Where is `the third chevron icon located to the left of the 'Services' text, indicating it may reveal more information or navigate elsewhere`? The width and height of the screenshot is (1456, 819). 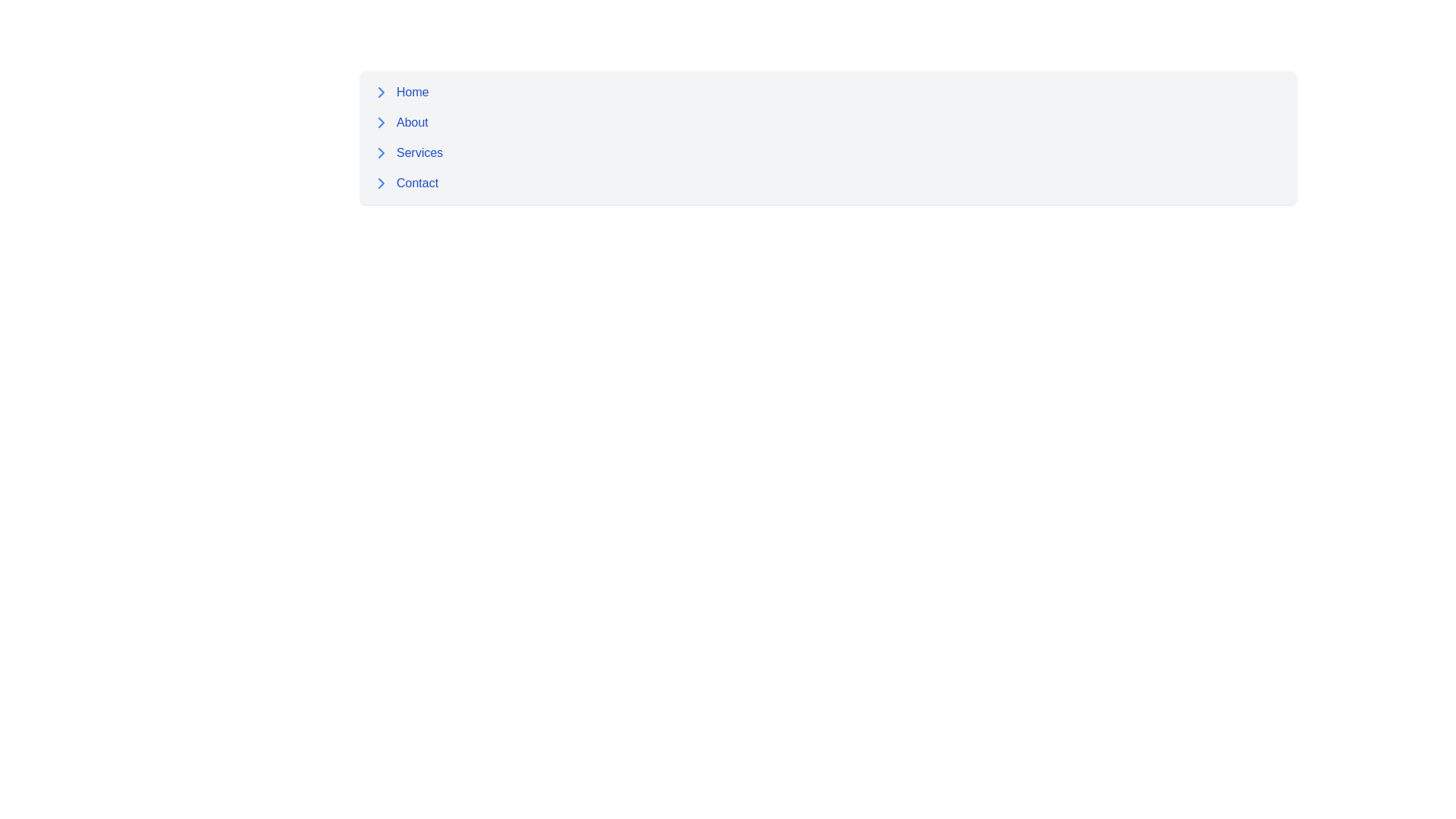 the third chevron icon located to the left of the 'Services' text, indicating it may reveal more information or navigate elsewhere is located at coordinates (381, 152).